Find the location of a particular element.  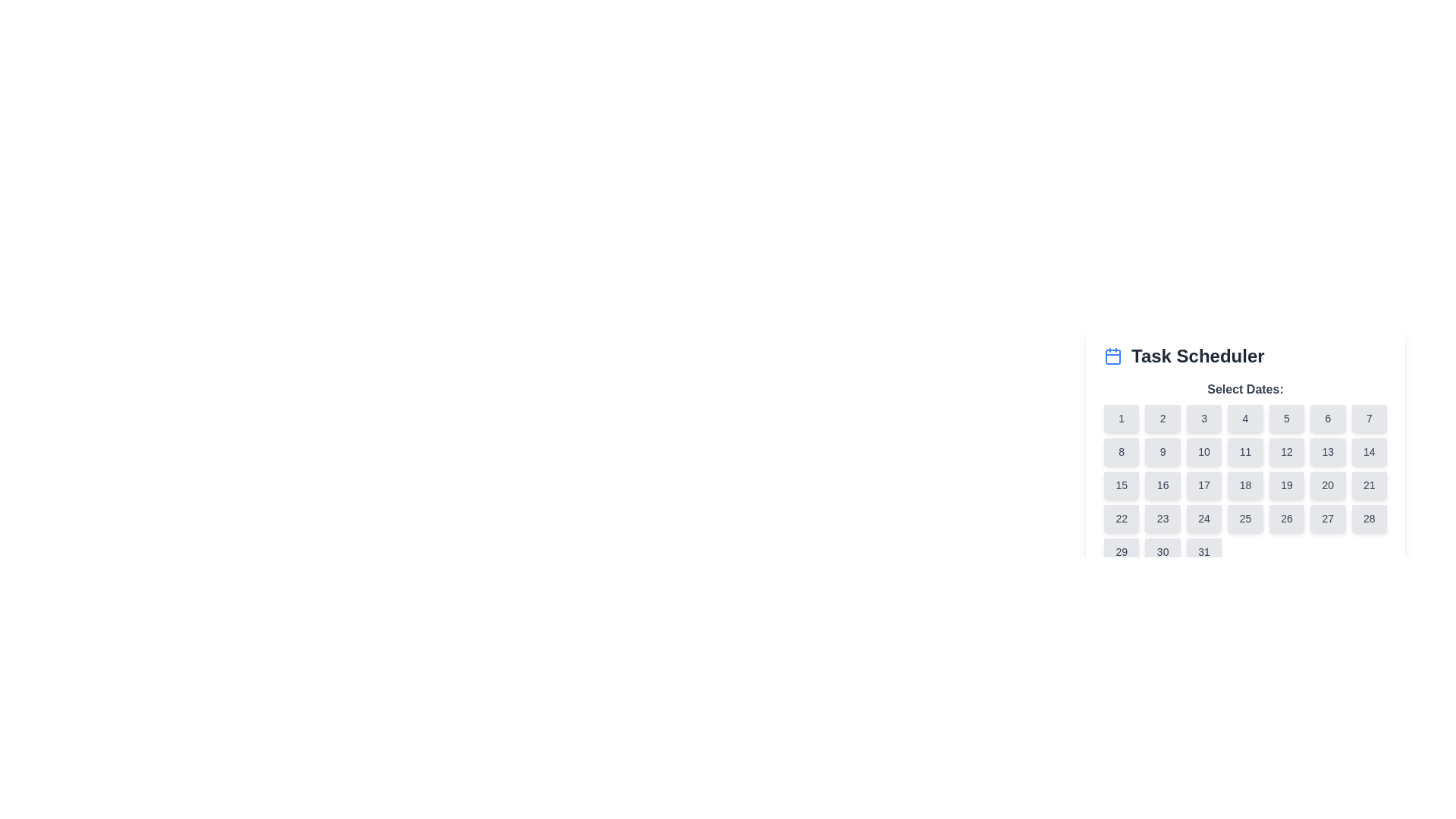

the square button labeled '14' with a light grey background in the 'Select Dates' section of the 'Task Scheduler' is located at coordinates (1369, 451).